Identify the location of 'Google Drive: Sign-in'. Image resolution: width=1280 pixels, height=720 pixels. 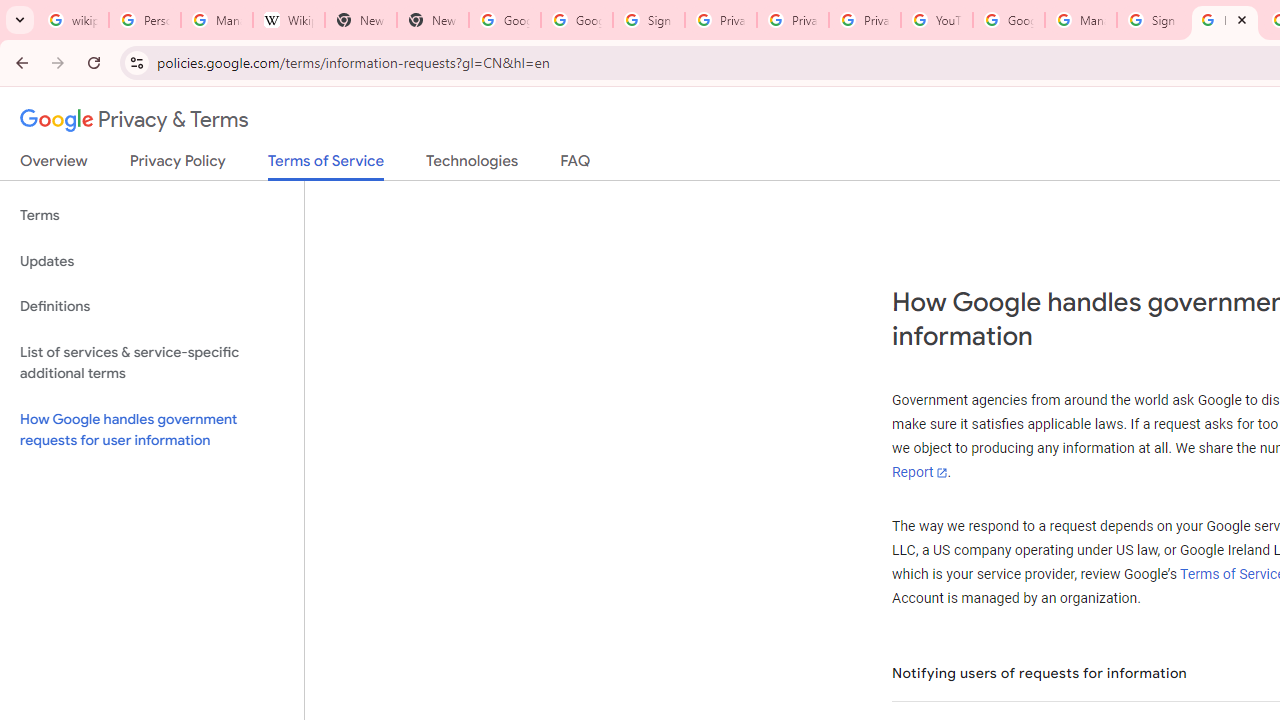
(576, 20).